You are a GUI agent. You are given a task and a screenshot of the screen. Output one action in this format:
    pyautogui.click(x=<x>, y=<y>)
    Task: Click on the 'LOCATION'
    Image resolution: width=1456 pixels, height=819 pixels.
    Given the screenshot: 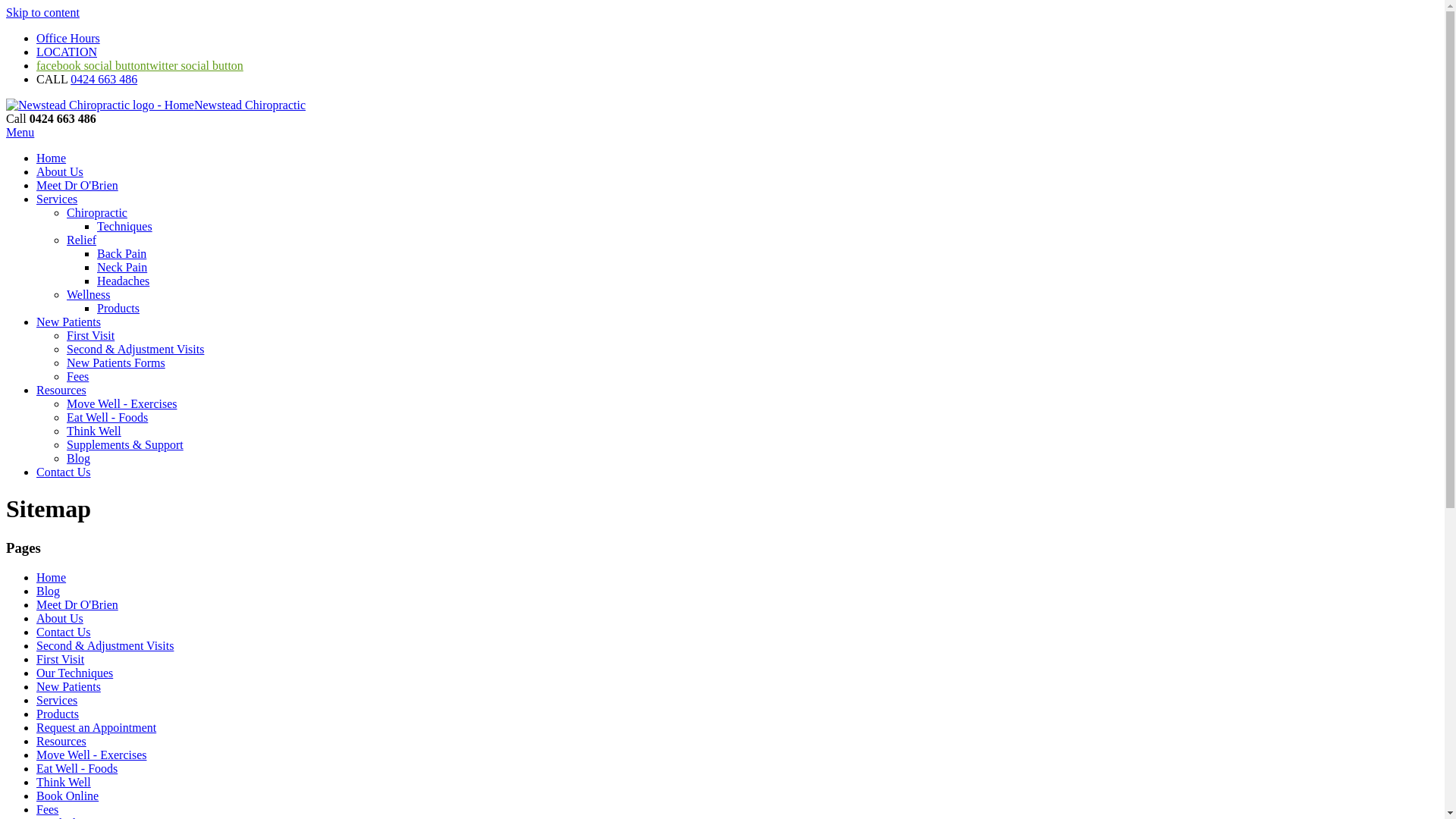 What is the action you would take?
    pyautogui.click(x=65, y=51)
    